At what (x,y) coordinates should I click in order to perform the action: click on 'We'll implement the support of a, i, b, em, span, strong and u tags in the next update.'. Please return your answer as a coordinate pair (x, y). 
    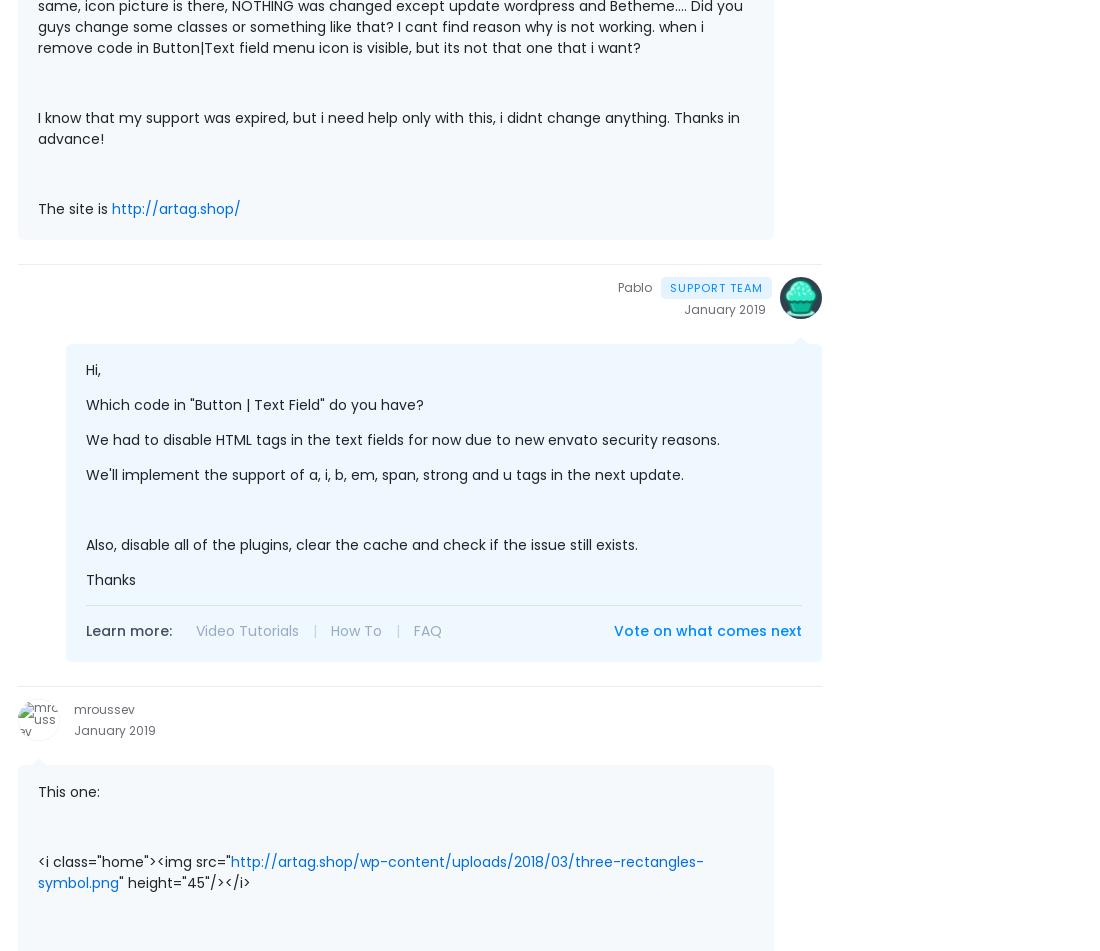
    Looking at the image, I should click on (385, 475).